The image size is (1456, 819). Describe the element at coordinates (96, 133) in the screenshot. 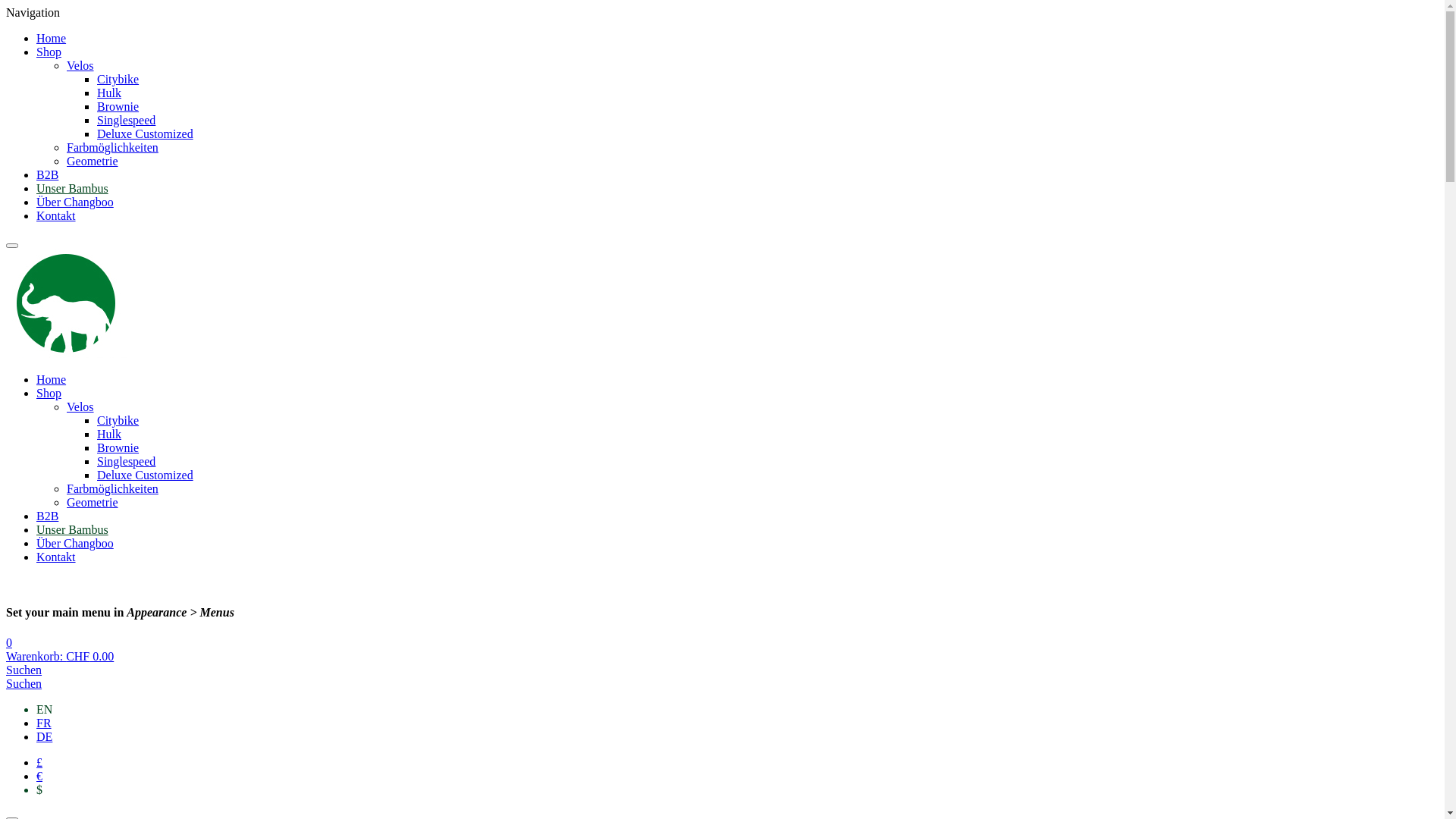

I see `'Deluxe Customized'` at that location.